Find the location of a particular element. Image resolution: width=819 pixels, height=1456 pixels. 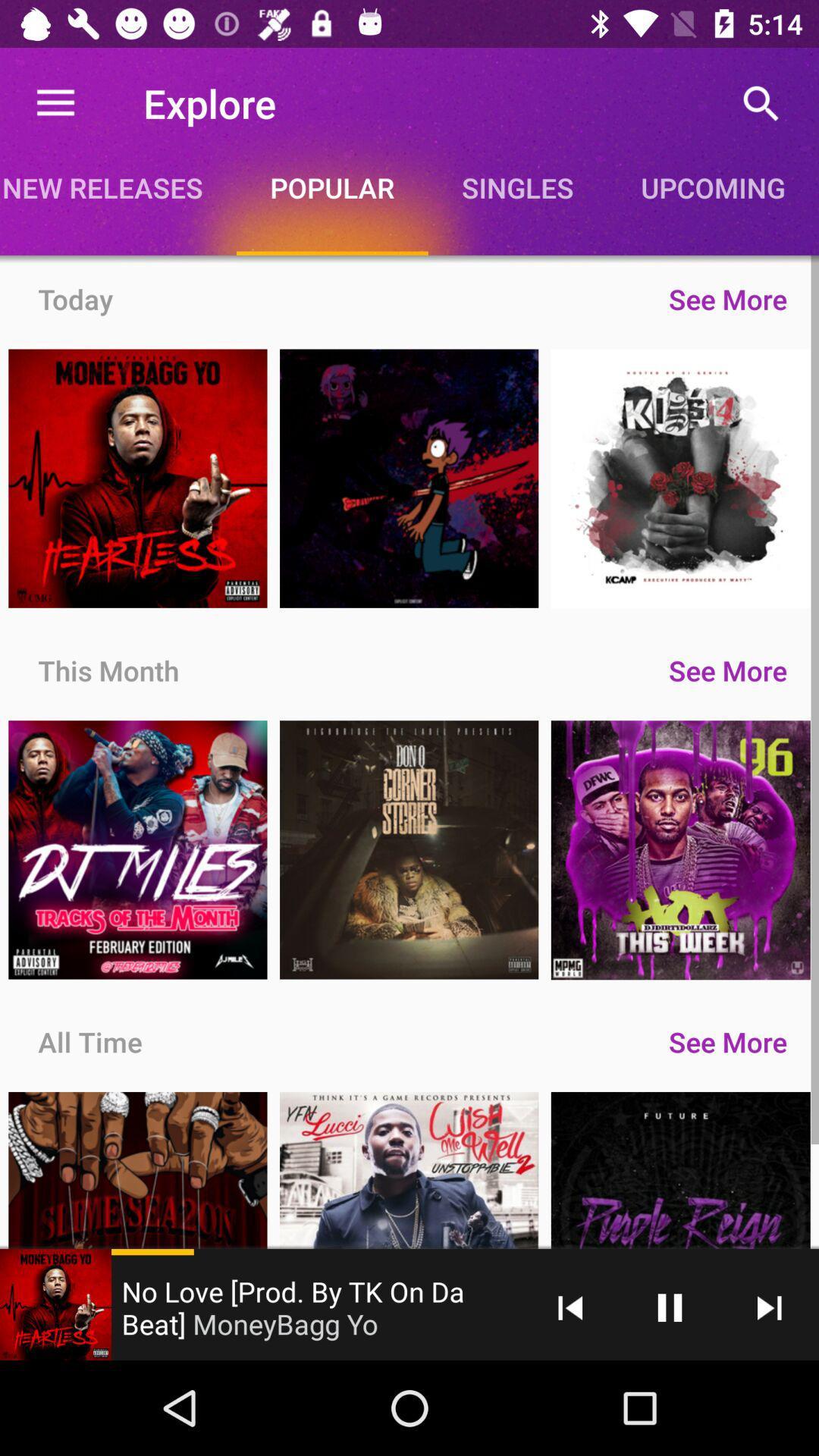

upcoming is located at coordinates (713, 187).